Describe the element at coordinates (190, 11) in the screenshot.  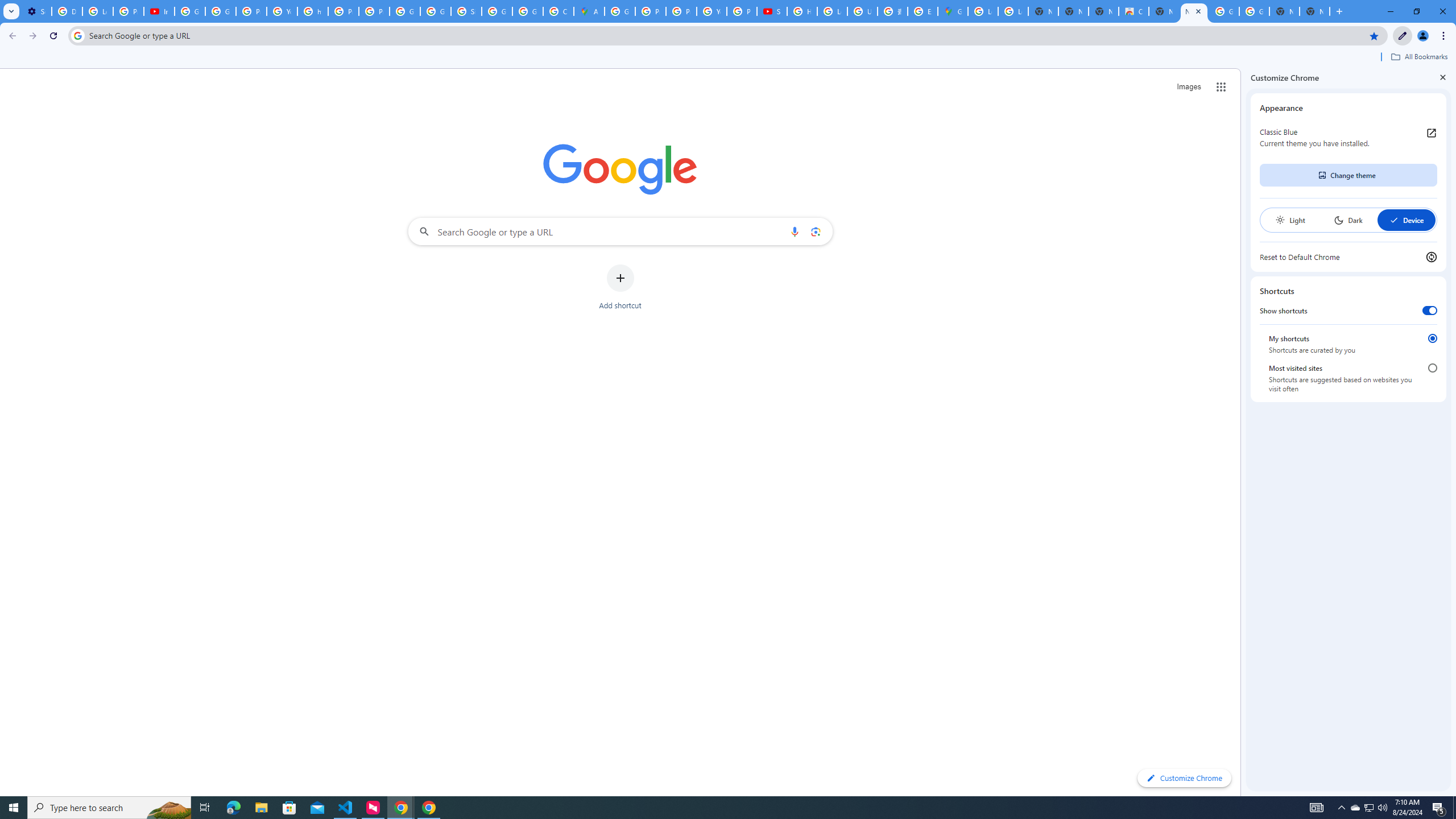
I see `'Google Account Help'` at that location.